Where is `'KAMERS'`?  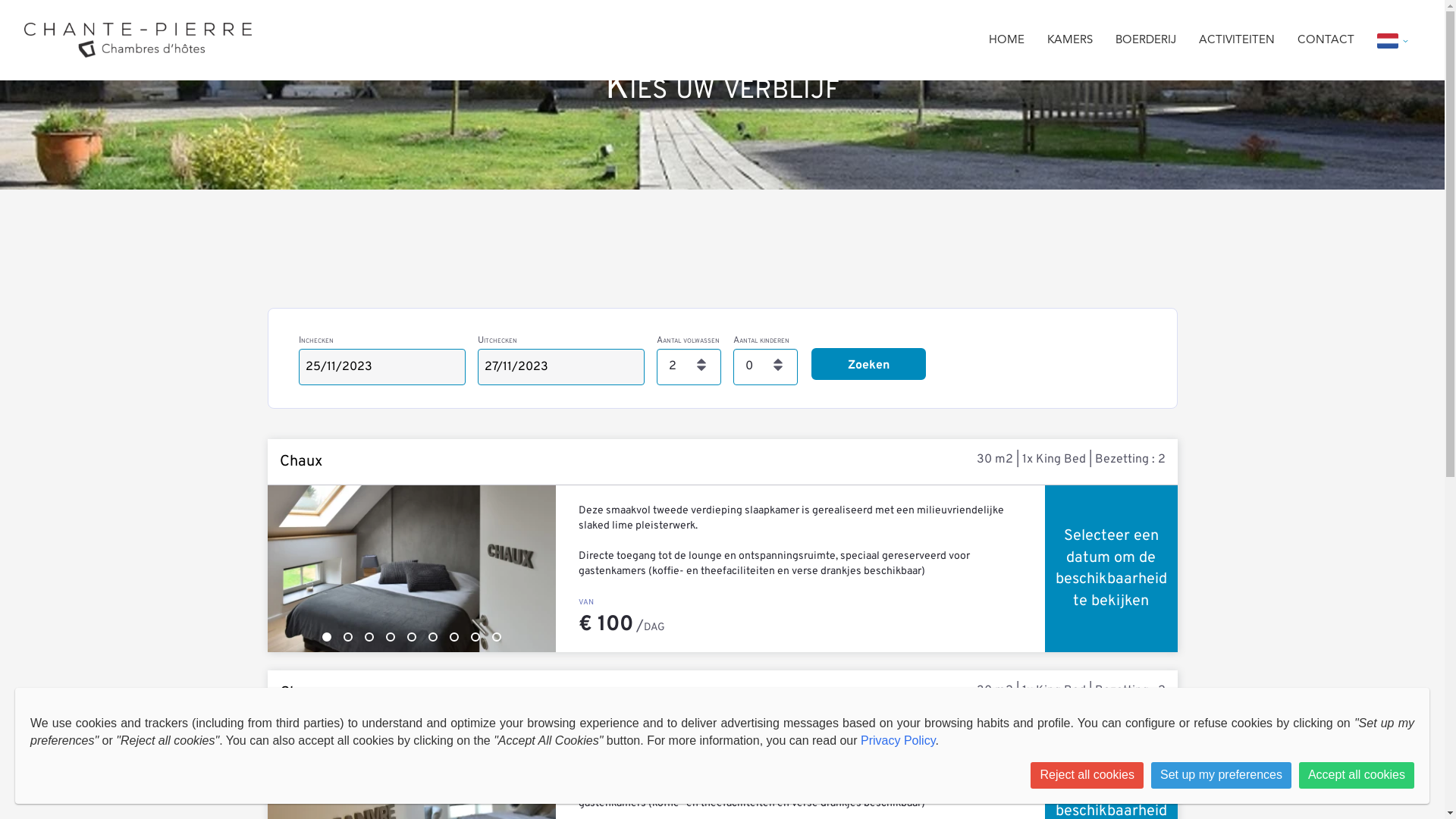
'KAMERS' is located at coordinates (1069, 39).